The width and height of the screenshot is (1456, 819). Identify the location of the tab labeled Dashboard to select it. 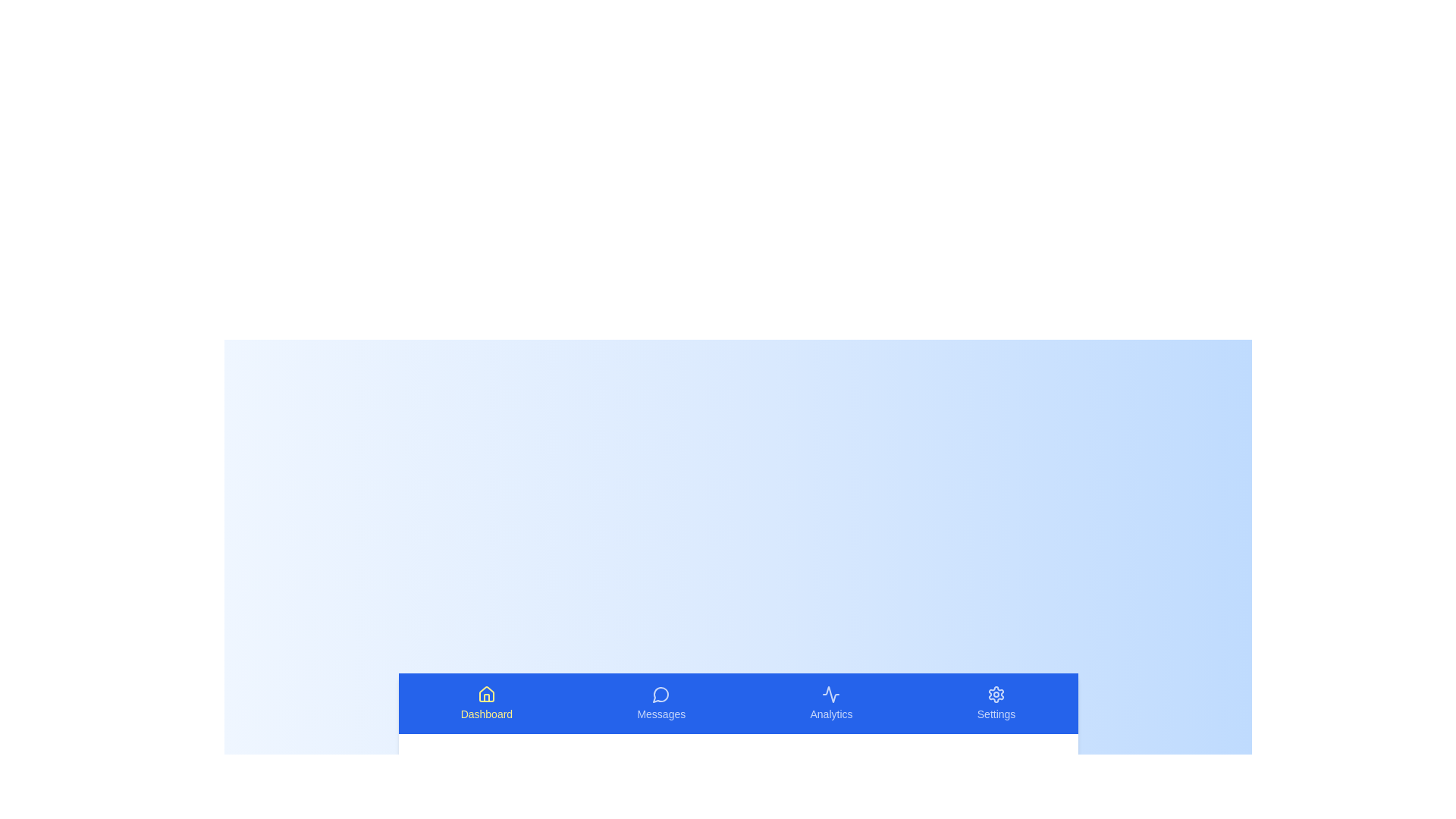
(486, 704).